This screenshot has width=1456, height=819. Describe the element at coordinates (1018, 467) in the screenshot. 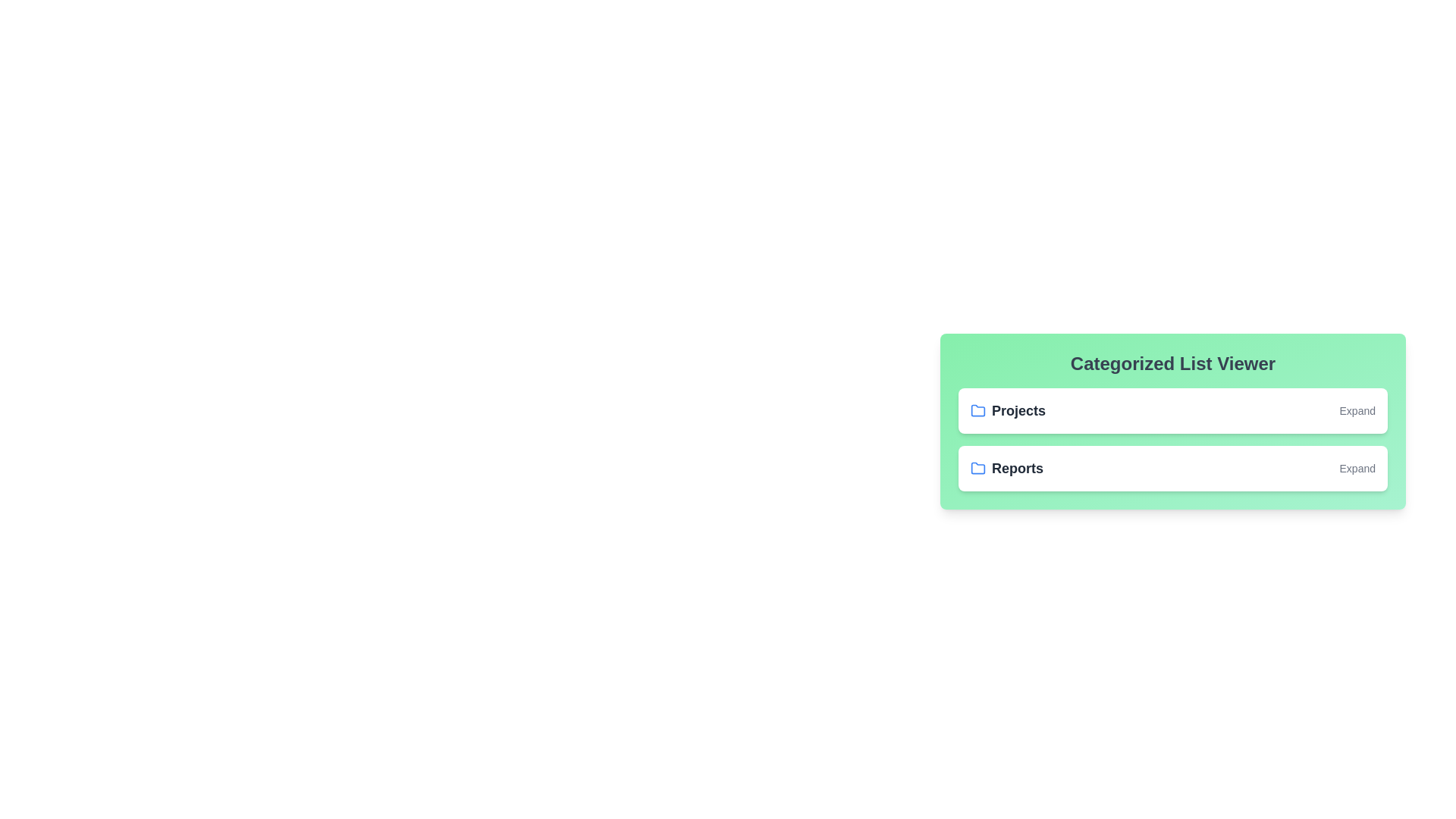

I see `the category name Reports to toggle its expansion` at that location.